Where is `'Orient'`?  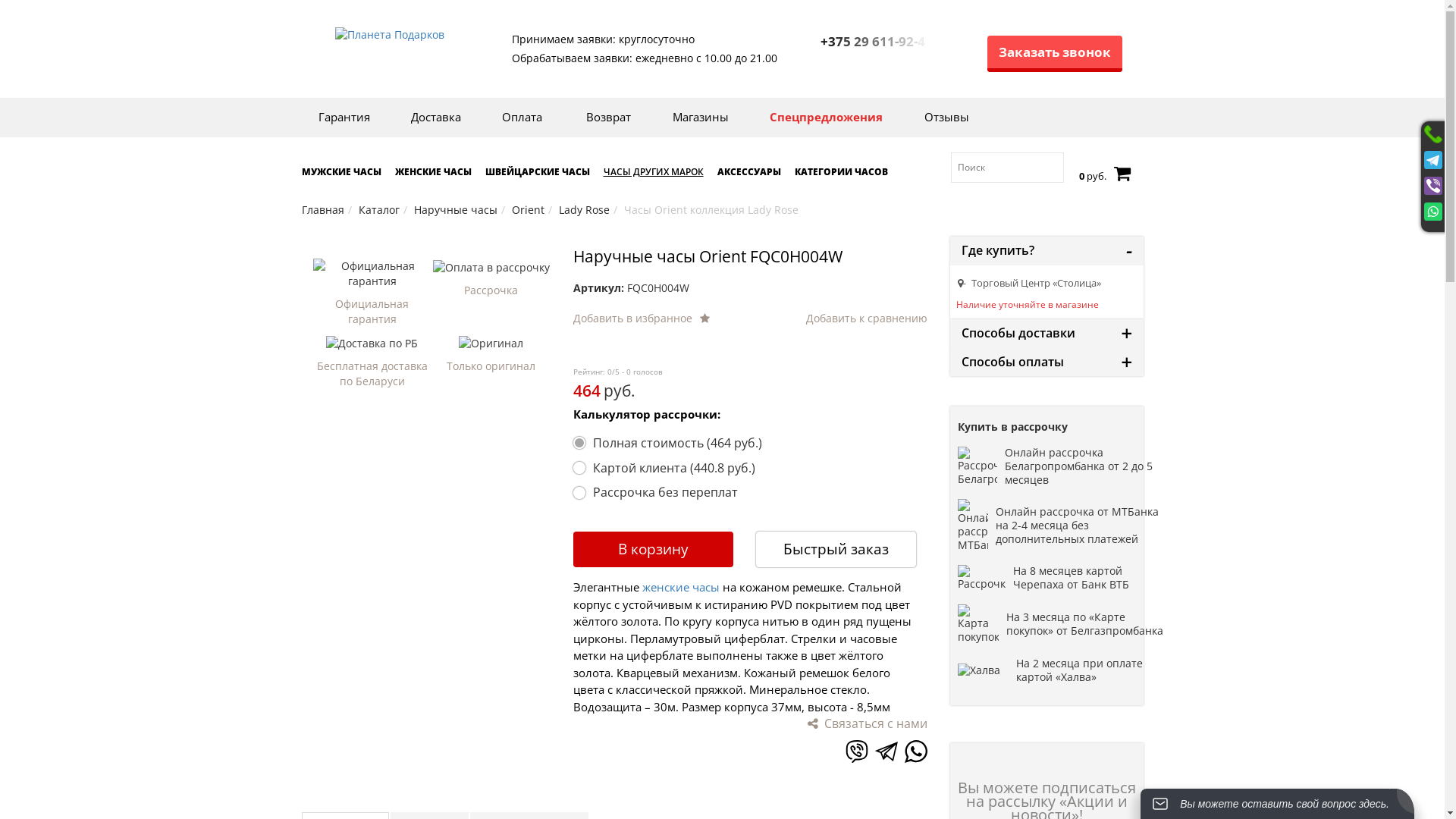 'Orient' is located at coordinates (527, 209).